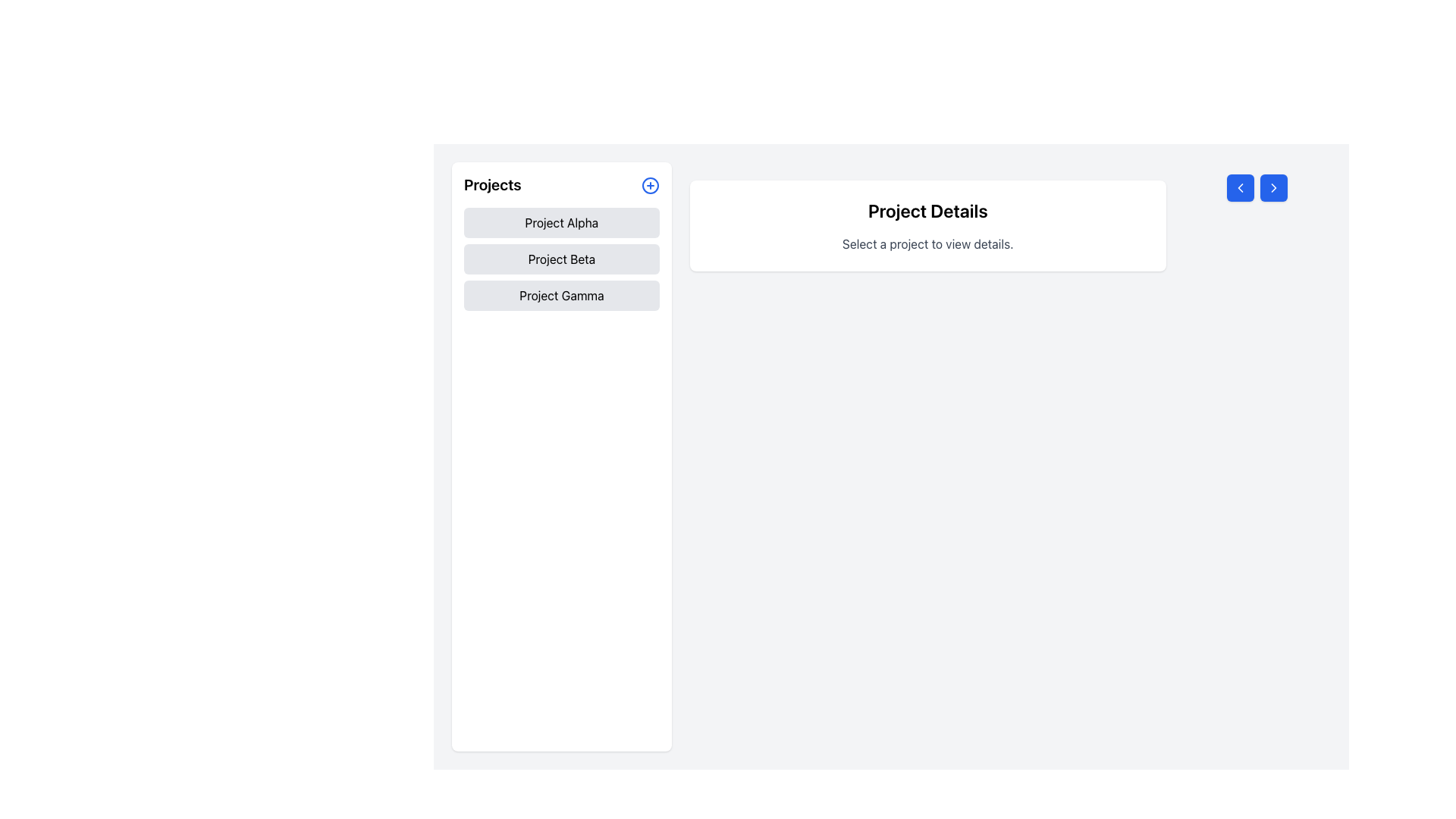 Image resolution: width=1456 pixels, height=819 pixels. I want to click on the circular add button with a blue outline located to the right of the 'Projects' label in the sidebar header to initiate a project addition, so click(650, 184).